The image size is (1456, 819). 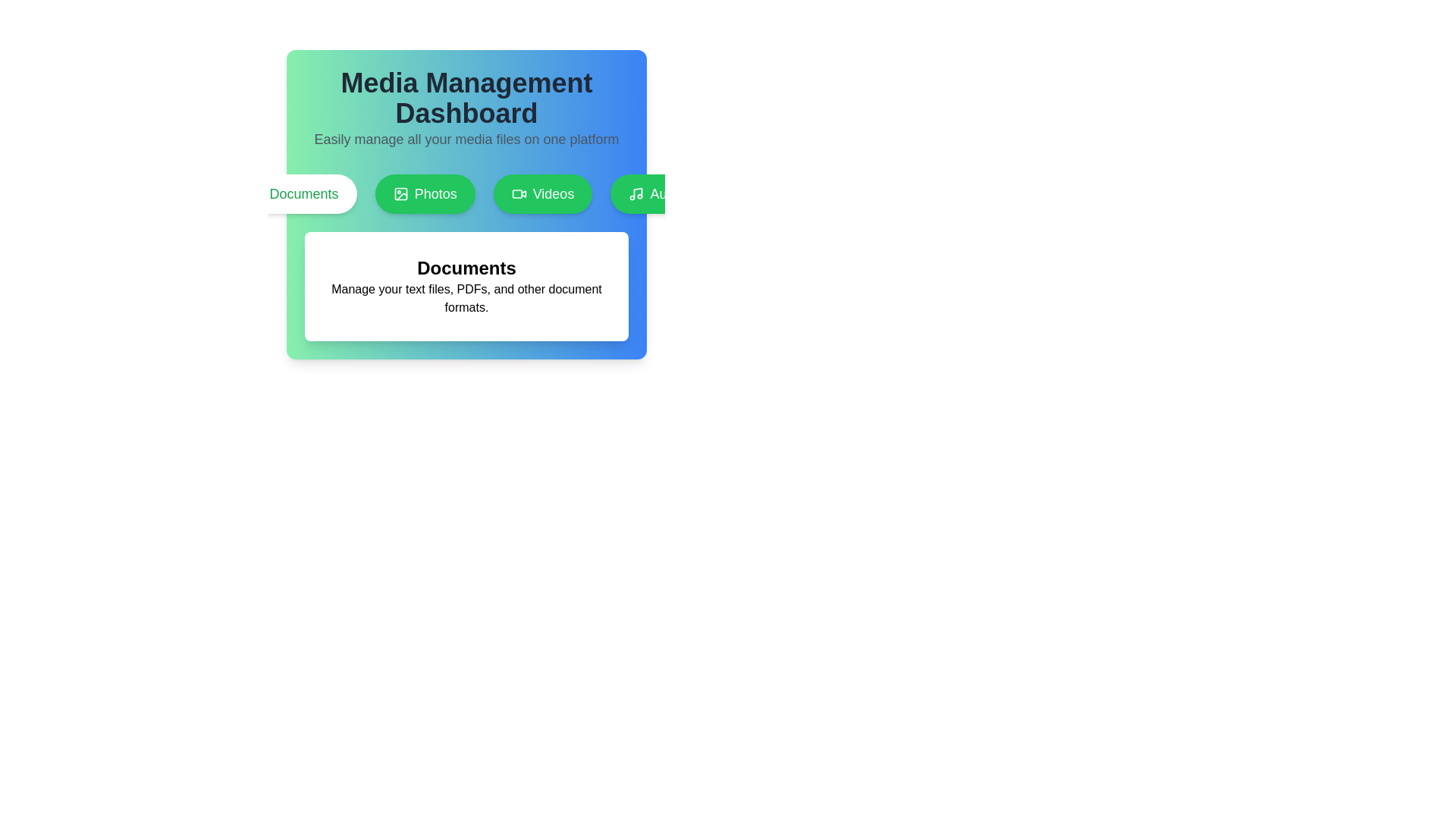 I want to click on the 'Videos' icon in the horizontal navigation menu, so click(x=519, y=193).